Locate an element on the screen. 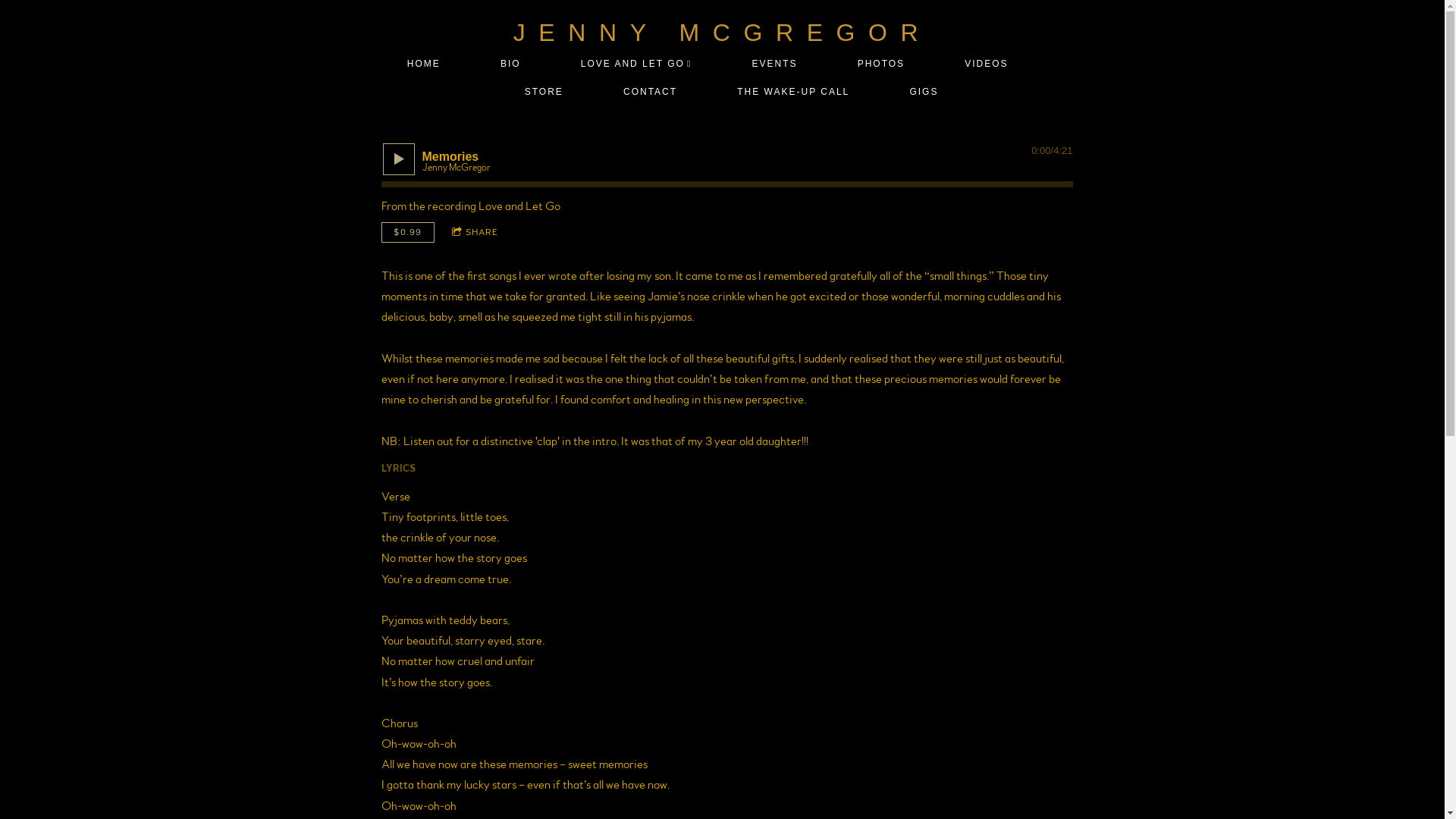 This screenshot has width=1456, height=819. 'STORE' is located at coordinates (513, 92).